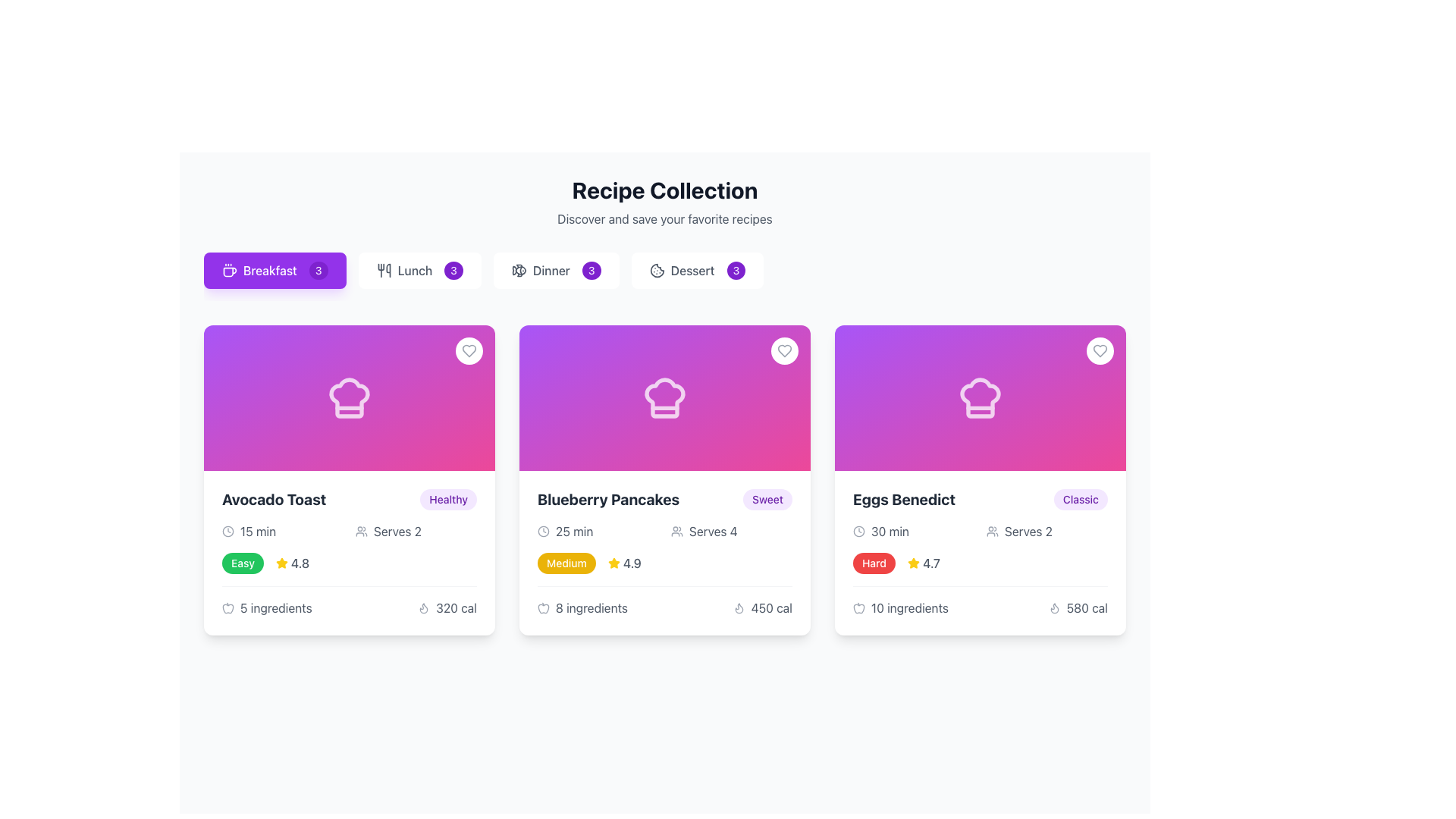 The height and width of the screenshot is (819, 1456). I want to click on the gray user group icon located in the 'Eggs Benedict' recipe card, next to the text 'Serves 2' in the second row of information, so click(993, 531).